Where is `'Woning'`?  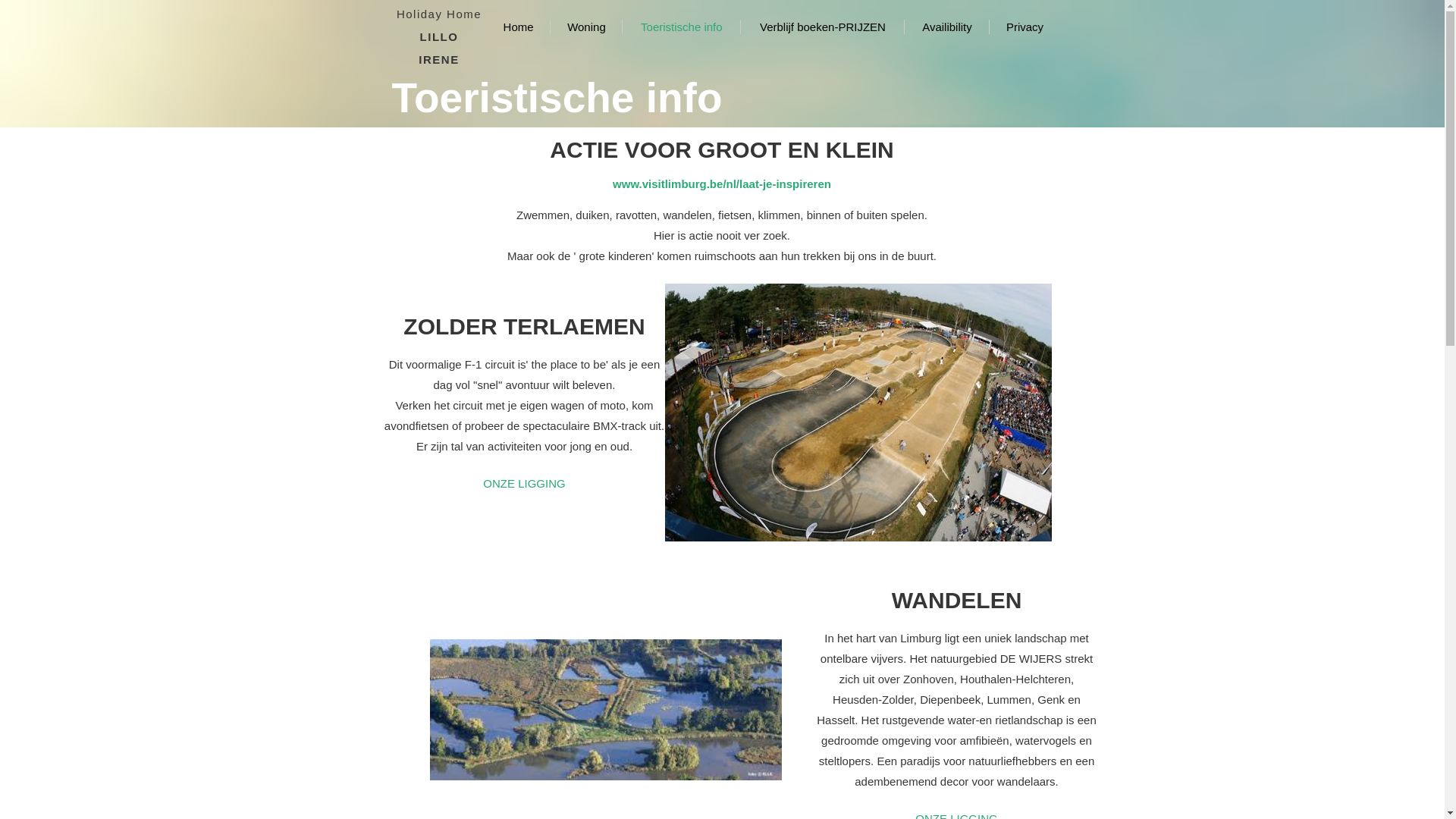 'Woning' is located at coordinates (585, 27).